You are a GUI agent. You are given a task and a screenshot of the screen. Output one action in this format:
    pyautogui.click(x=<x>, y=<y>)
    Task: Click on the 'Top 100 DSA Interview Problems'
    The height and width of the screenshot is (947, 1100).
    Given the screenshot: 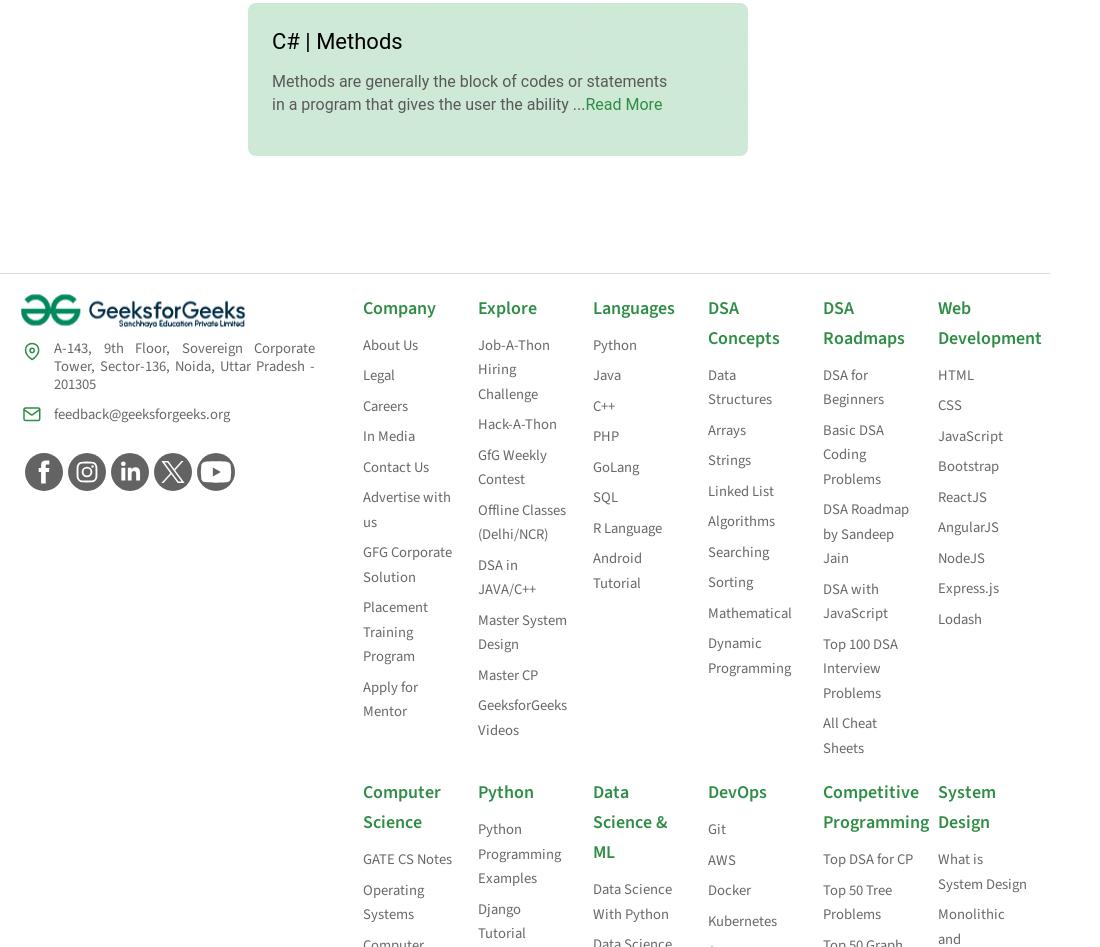 What is the action you would take?
    pyautogui.click(x=859, y=667)
    